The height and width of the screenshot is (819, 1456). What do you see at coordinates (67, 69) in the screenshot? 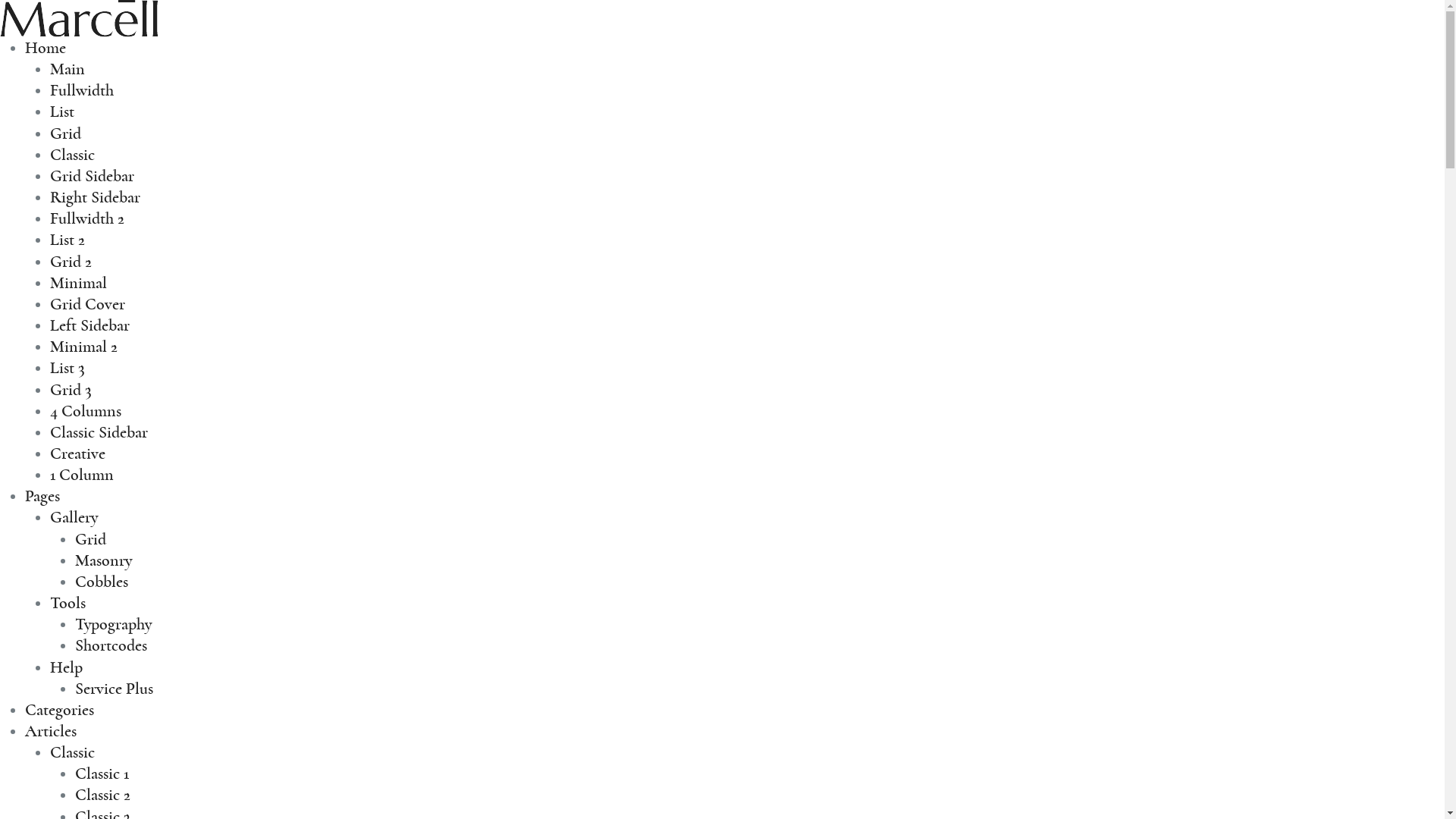
I see `'Main'` at bounding box center [67, 69].